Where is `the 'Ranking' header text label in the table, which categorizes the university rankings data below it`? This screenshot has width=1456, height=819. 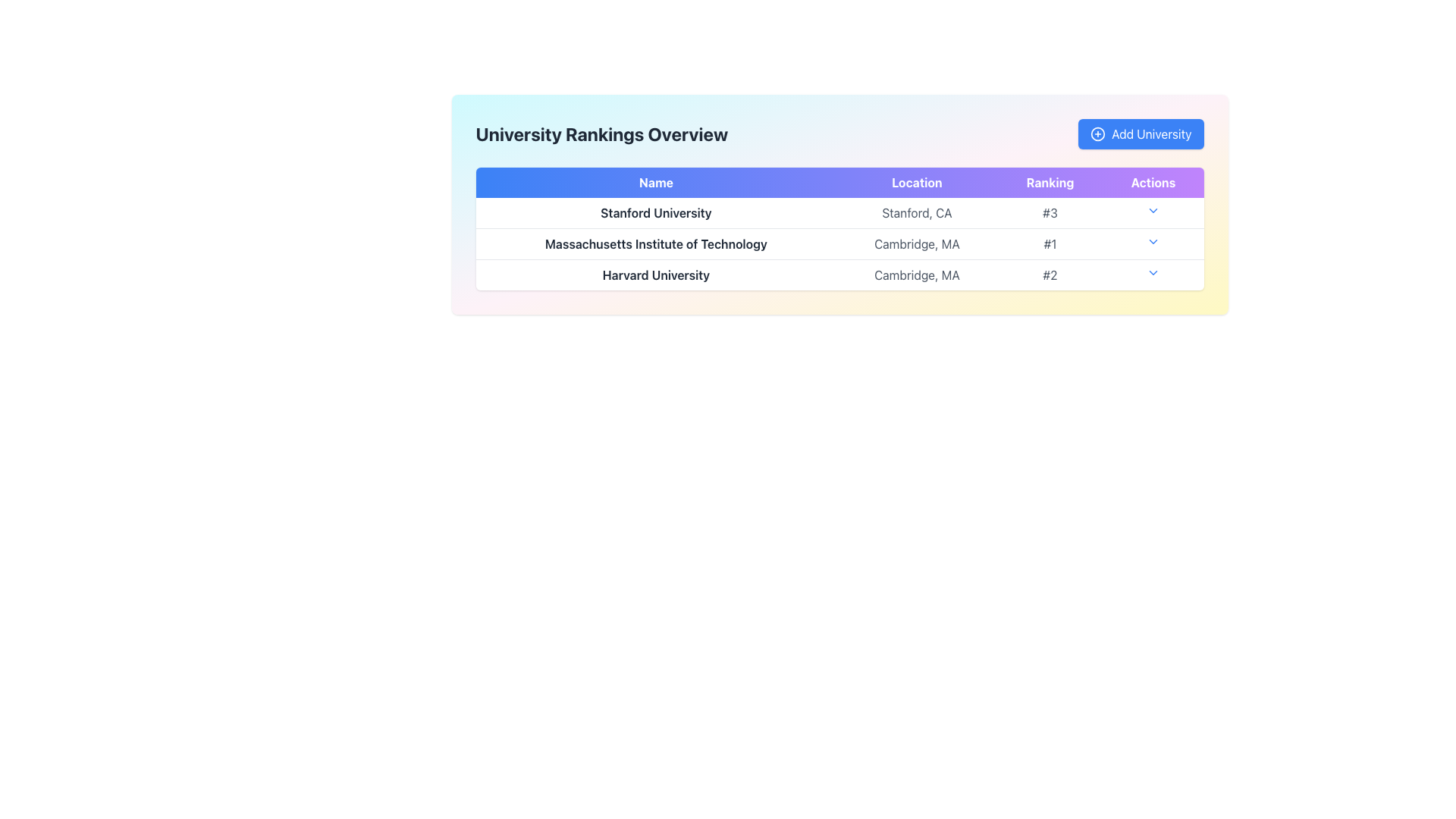
the 'Ranking' header text label in the table, which categorizes the university rankings data below it is located at coordinates (1050, 181).